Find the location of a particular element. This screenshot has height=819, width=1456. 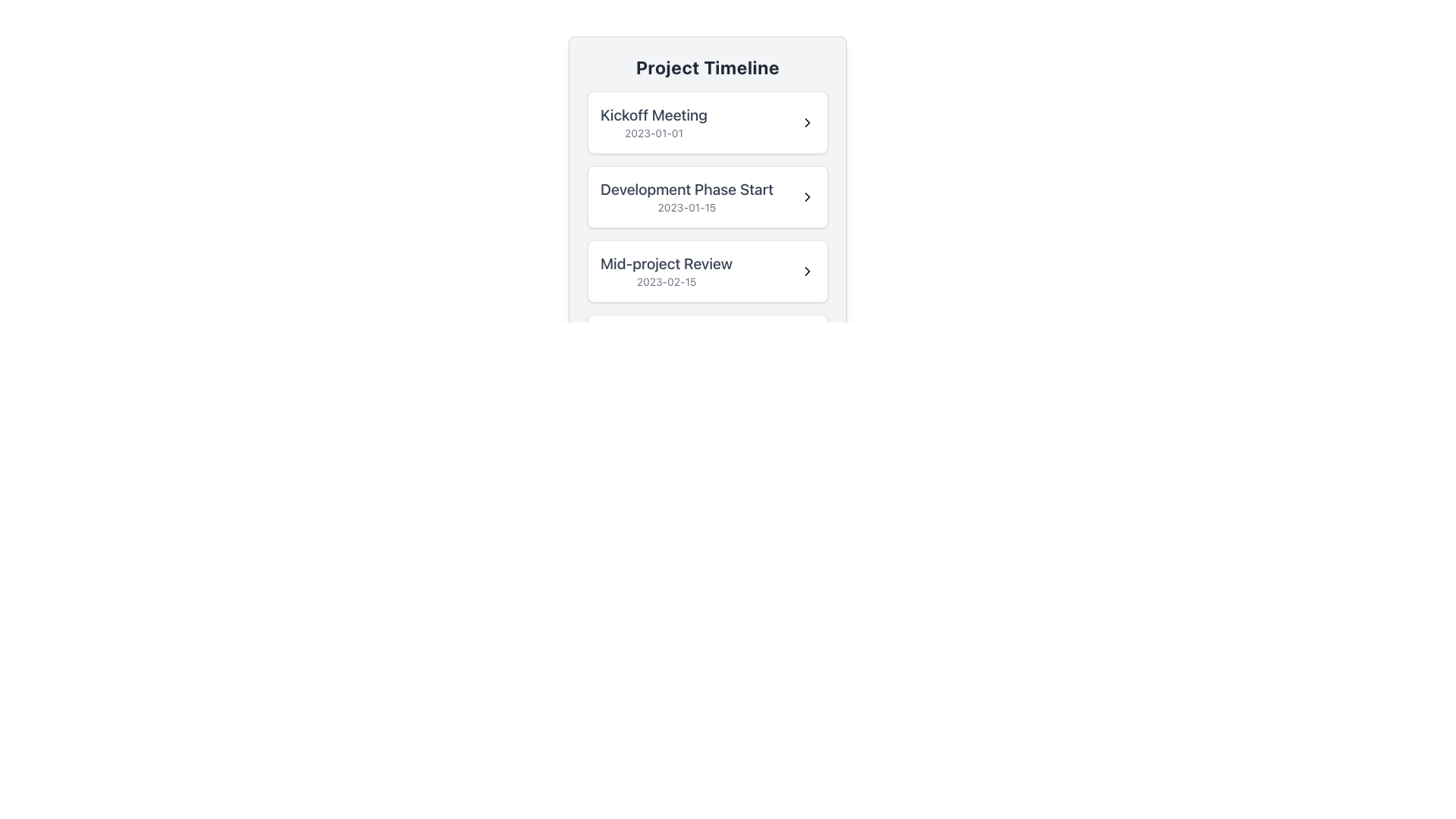

the arrow-shaped icon resembling a 'chevron right' symbol located at the extreme right of the card labeled 'Development Phase Start' with the date '2023-01-15' is located at coordinates (807, 196).